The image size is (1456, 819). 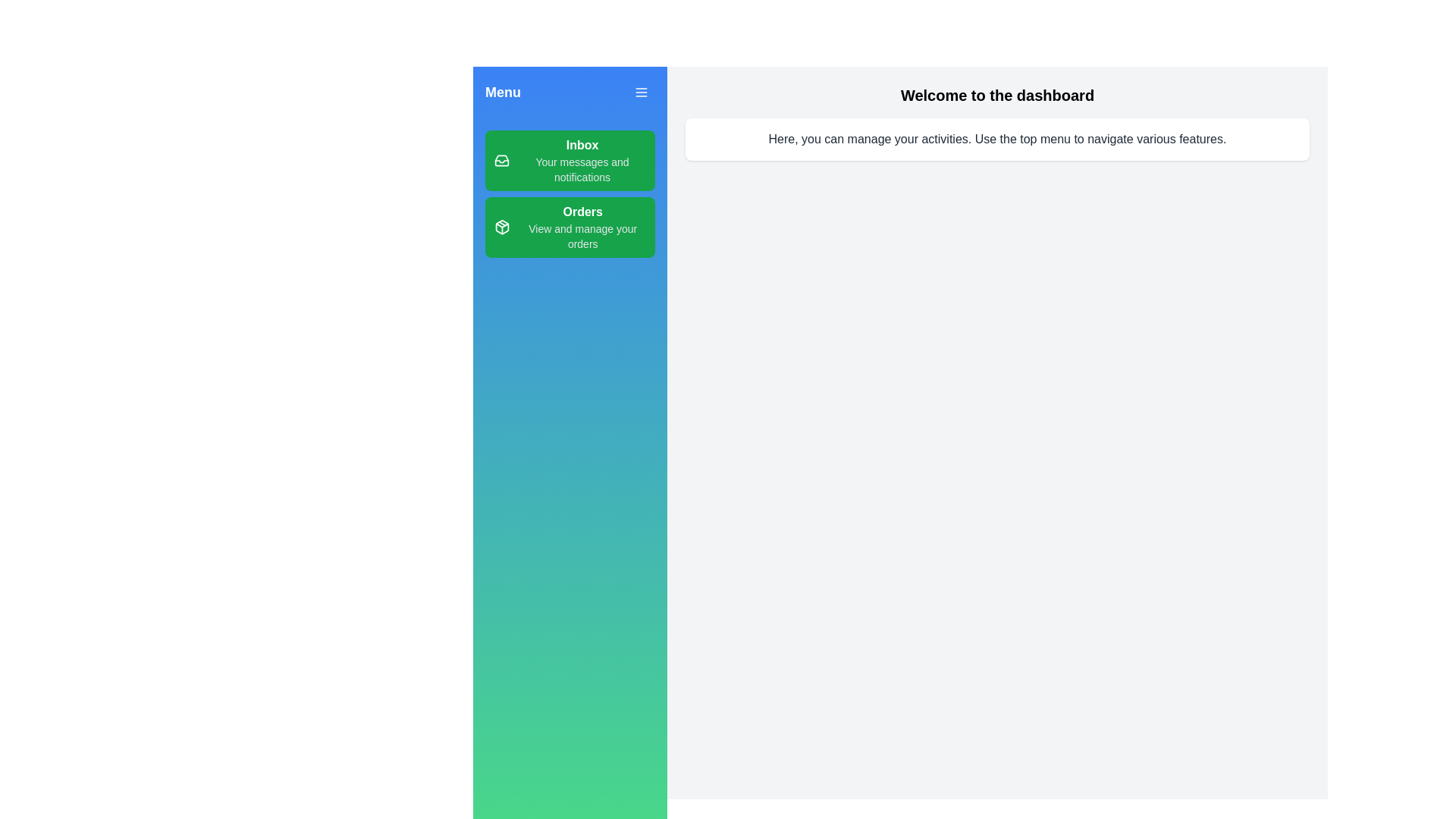 I want to click on the menu item labeled Inbox to navigate to its section, so click(x=570, y=161).